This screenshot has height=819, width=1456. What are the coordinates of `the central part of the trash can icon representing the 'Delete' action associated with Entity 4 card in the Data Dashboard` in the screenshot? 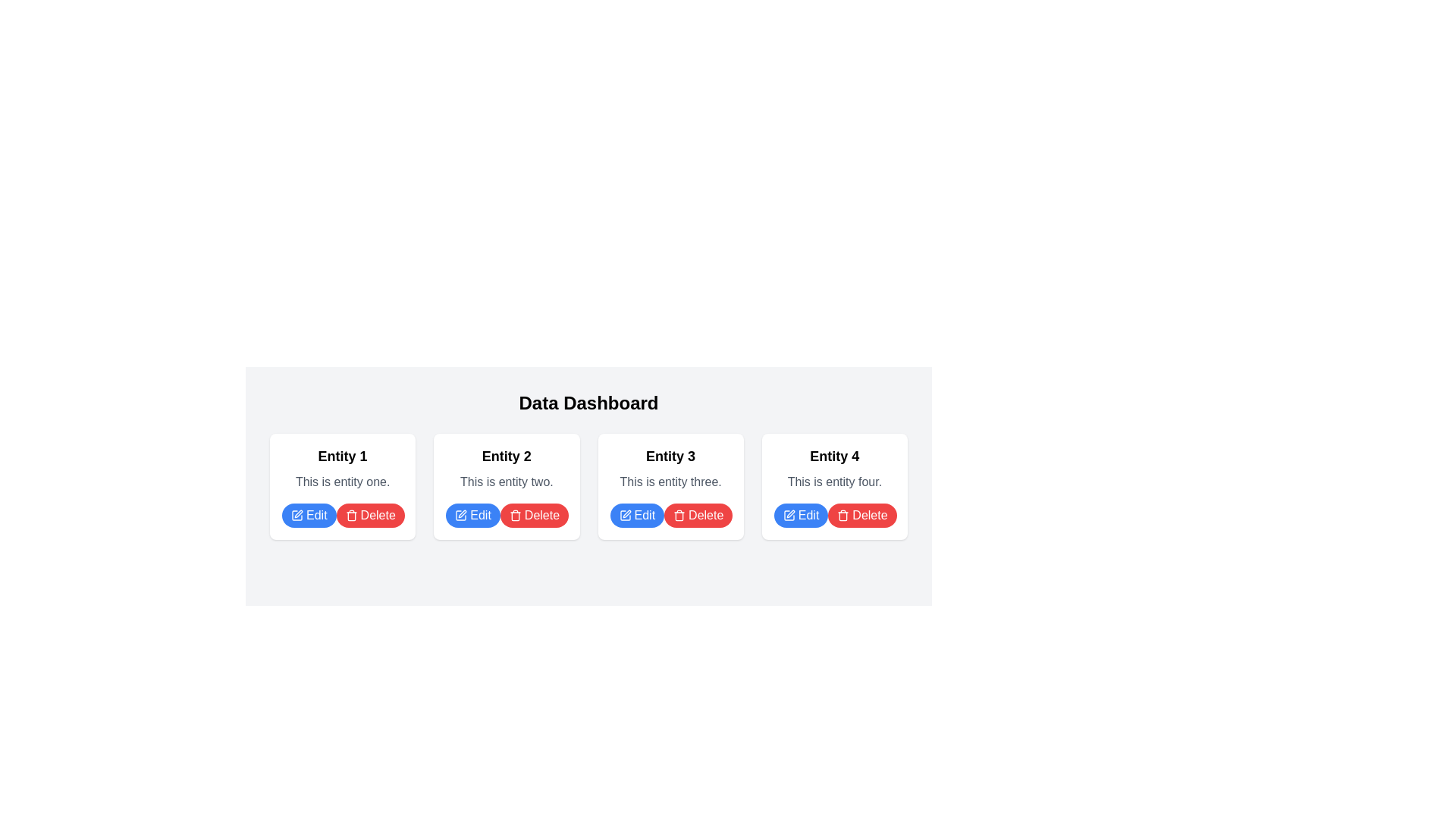 It's located at (679, 516).